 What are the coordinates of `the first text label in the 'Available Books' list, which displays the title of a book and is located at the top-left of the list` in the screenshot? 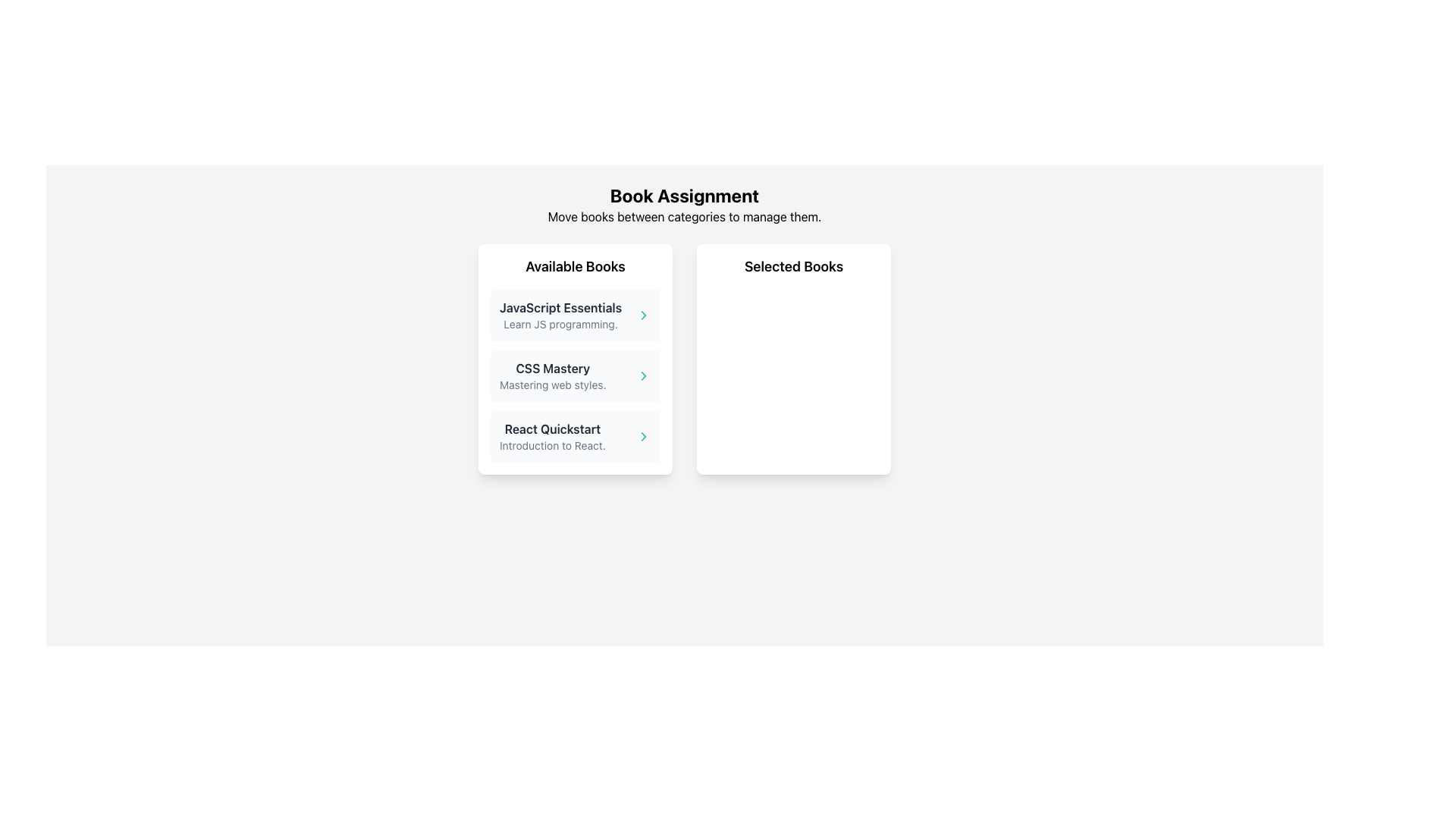 It's located at (560, 307).